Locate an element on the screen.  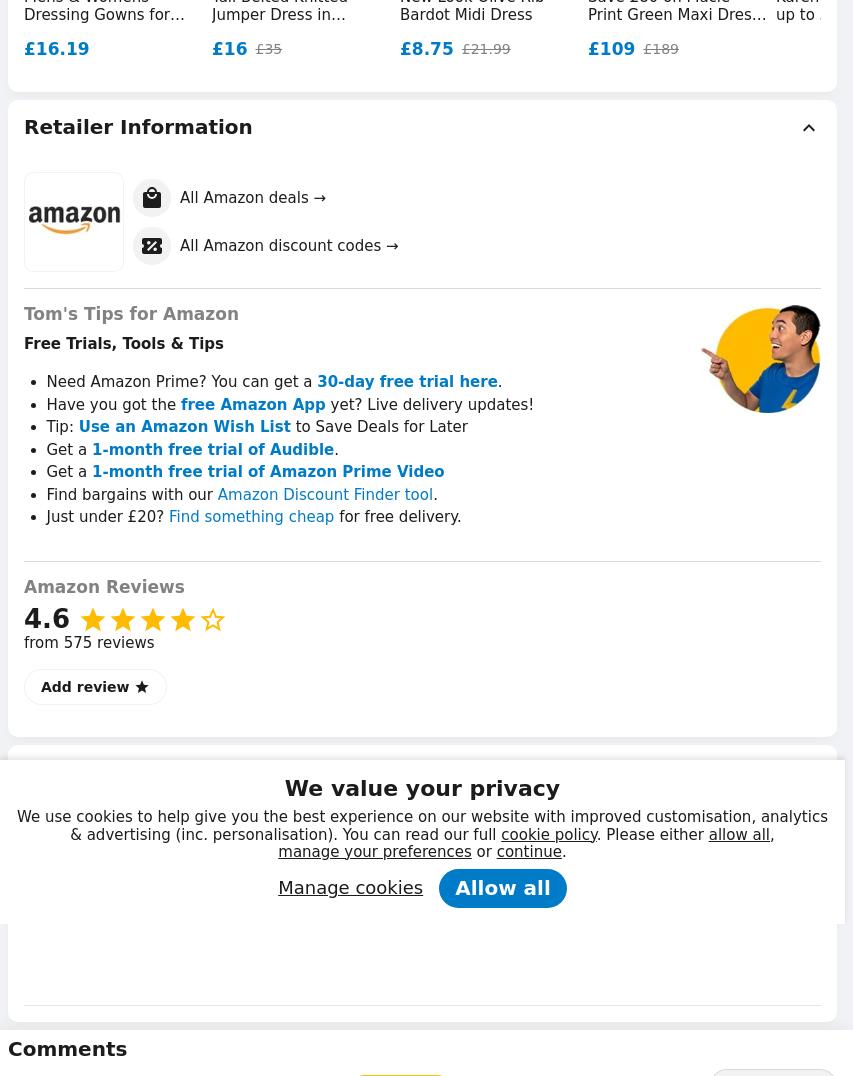
'Free Trials, Tools & Tips' is located at coordinates (123, 343).